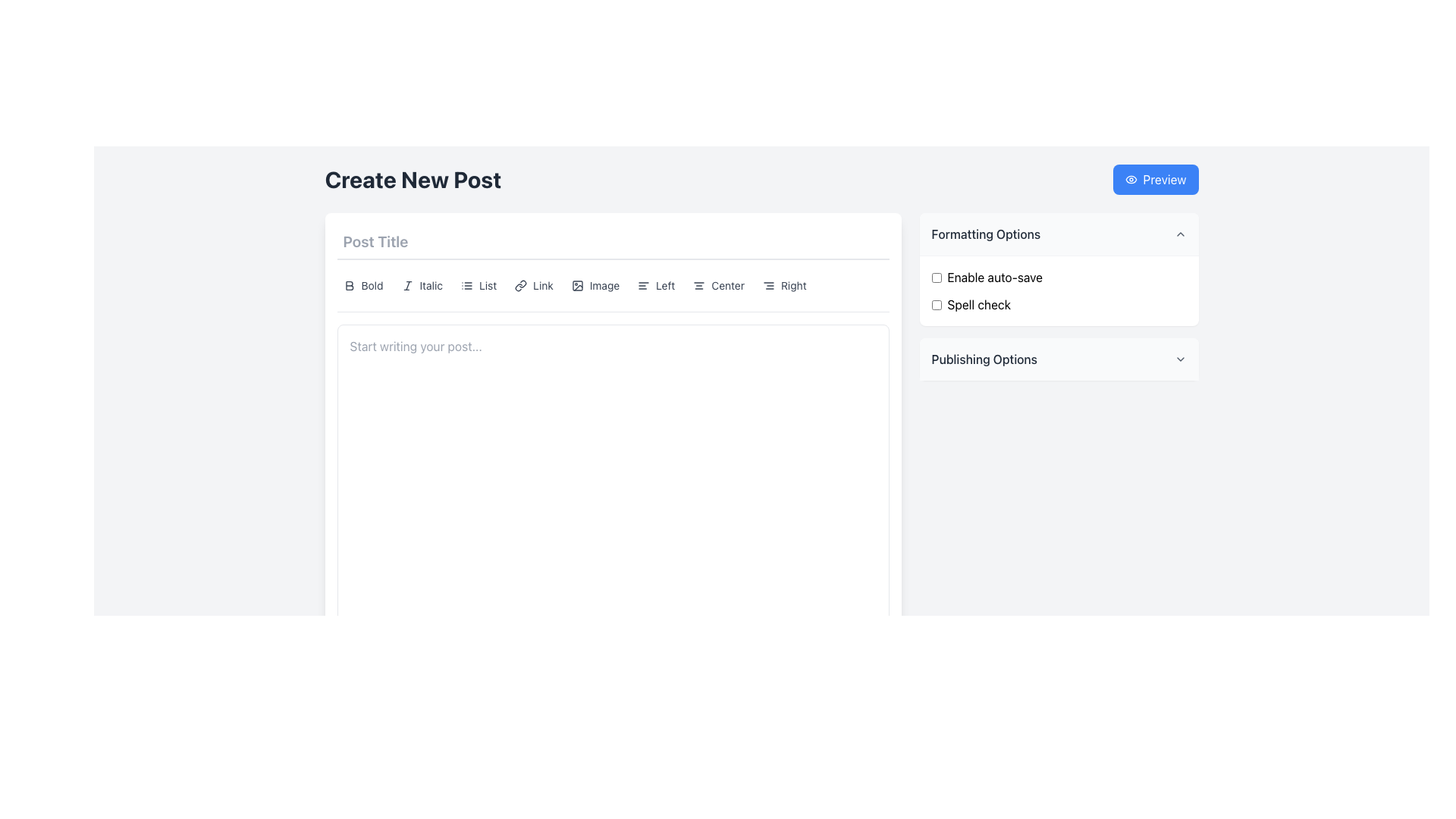 The width and height of the screenshot is (1456, 819). What do you see at coordinates (644, 286) in the screenshot?
I see `the 'Align Left' icon, which is a small symbolic icon with three horizontal lines, located in the toolbar section of the 'Create New Post' interface` at bounding box center [644, 286].